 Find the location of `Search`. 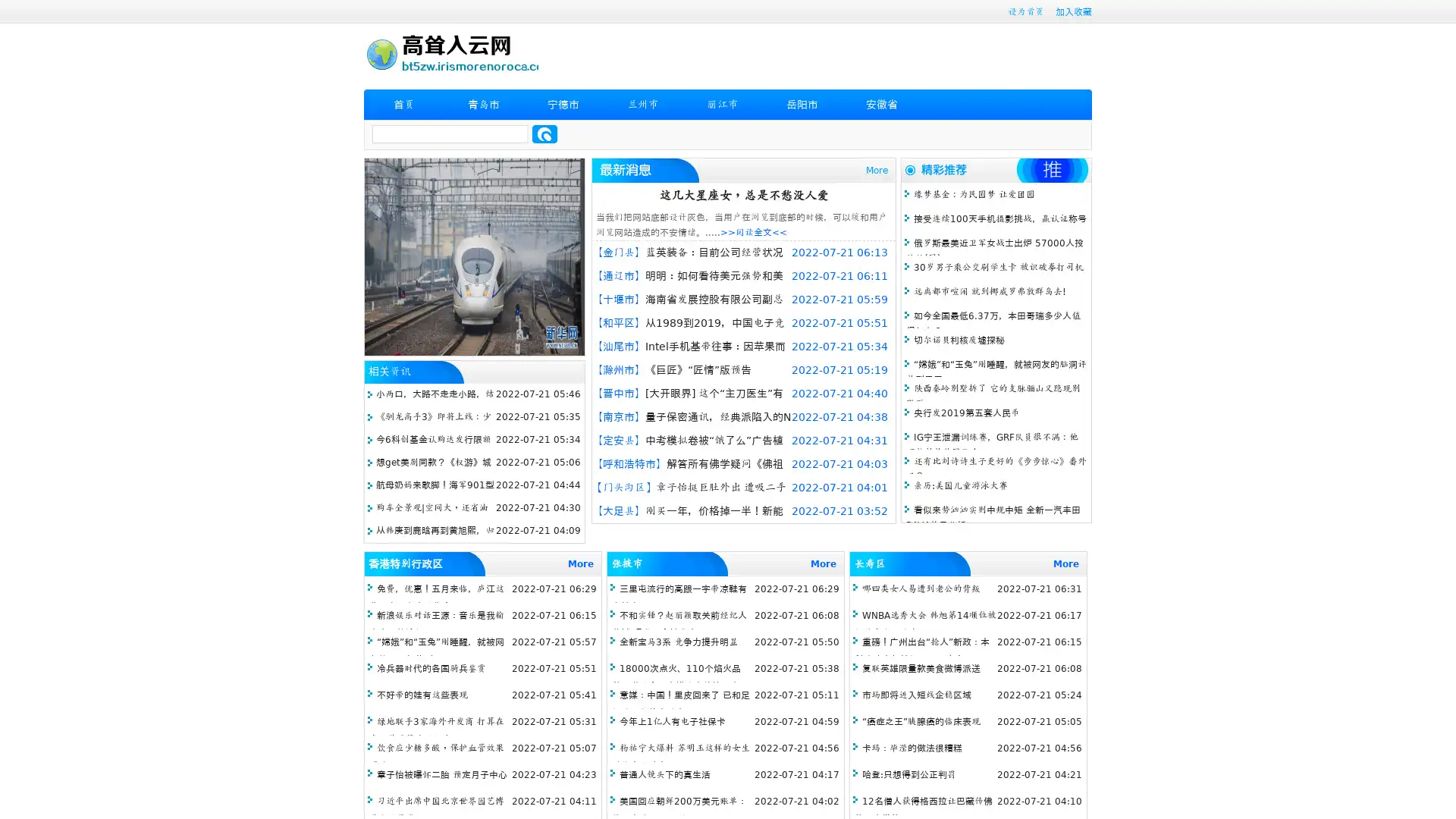

Search is located at coordinates (544, 133).